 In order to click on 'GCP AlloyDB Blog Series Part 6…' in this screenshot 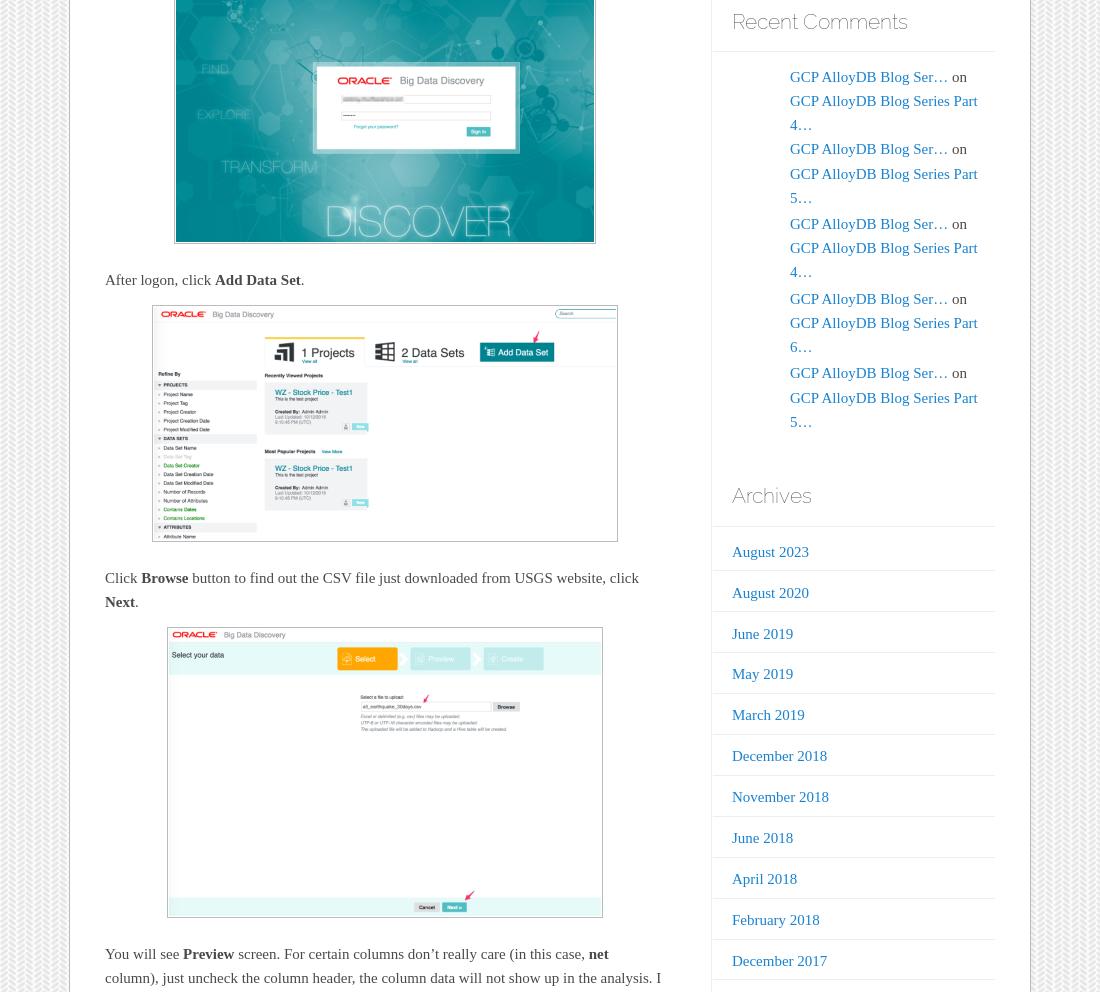, I will do `click(881, 333)`.